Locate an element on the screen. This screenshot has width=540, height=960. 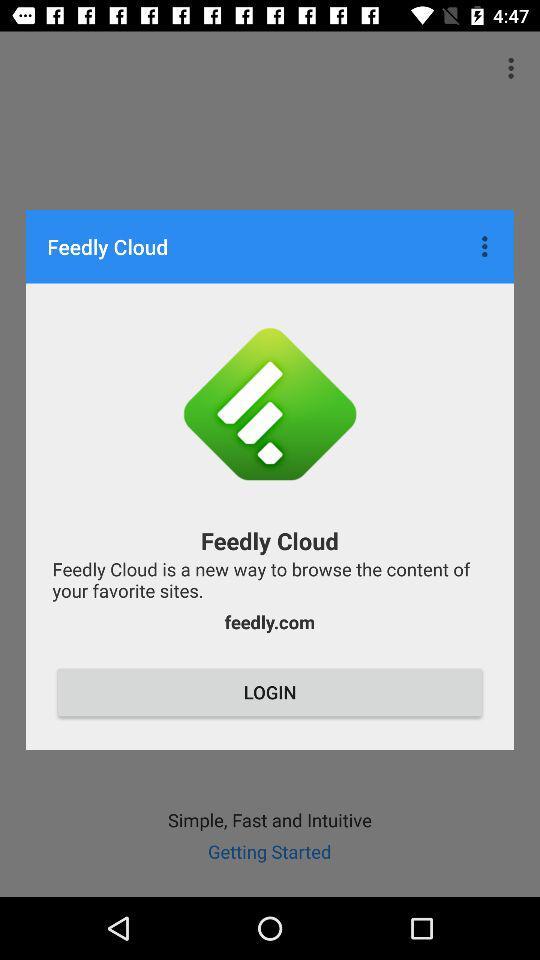
the icon at the bottom is located at coordinates (270, 692).